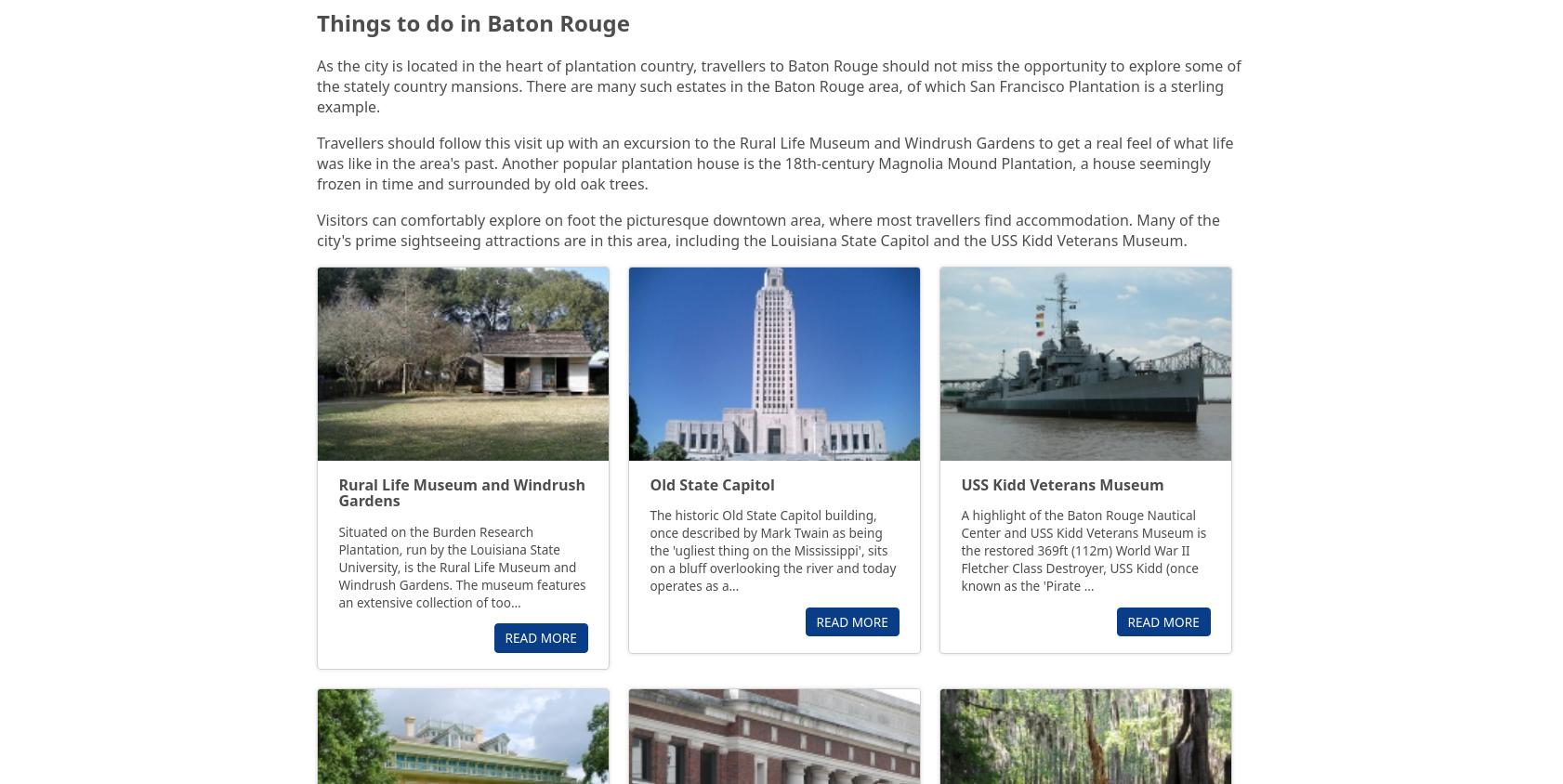  What do you see at coordinates (774, 163) in the screenshot?
I see `'Travellers should follow this visit up with an
excursion to the Rural Life Museum and Windrush Gardens to get a
real feel of what life was like in the area's past. Another popular
plantation house is the 18th-century Magnolia Mound Plantation, a
house seemingly frozen in time and surrounded by old oak trees.'` at bounding box center [774, 163].